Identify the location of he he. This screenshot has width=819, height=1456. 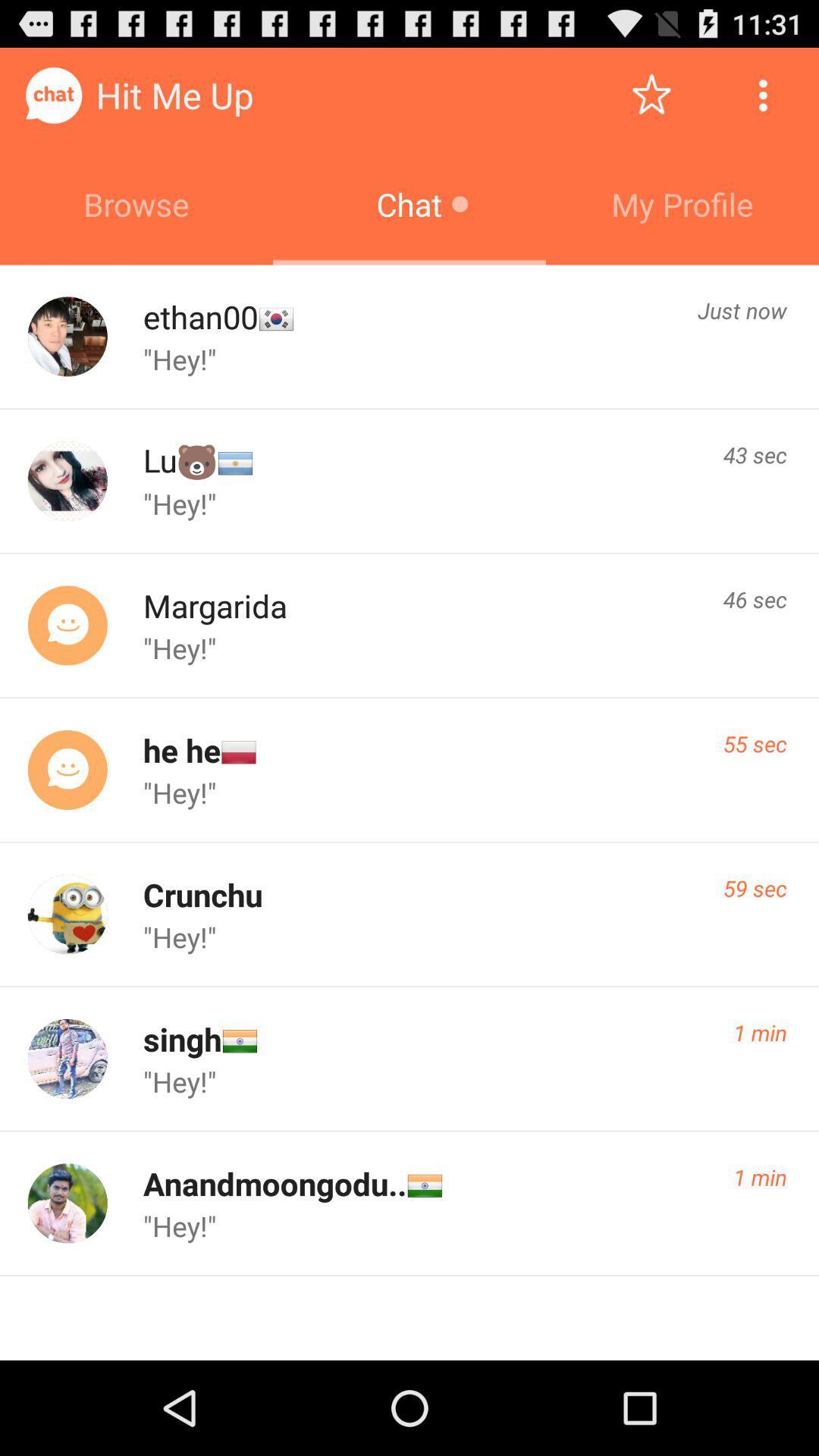
(180, 750).